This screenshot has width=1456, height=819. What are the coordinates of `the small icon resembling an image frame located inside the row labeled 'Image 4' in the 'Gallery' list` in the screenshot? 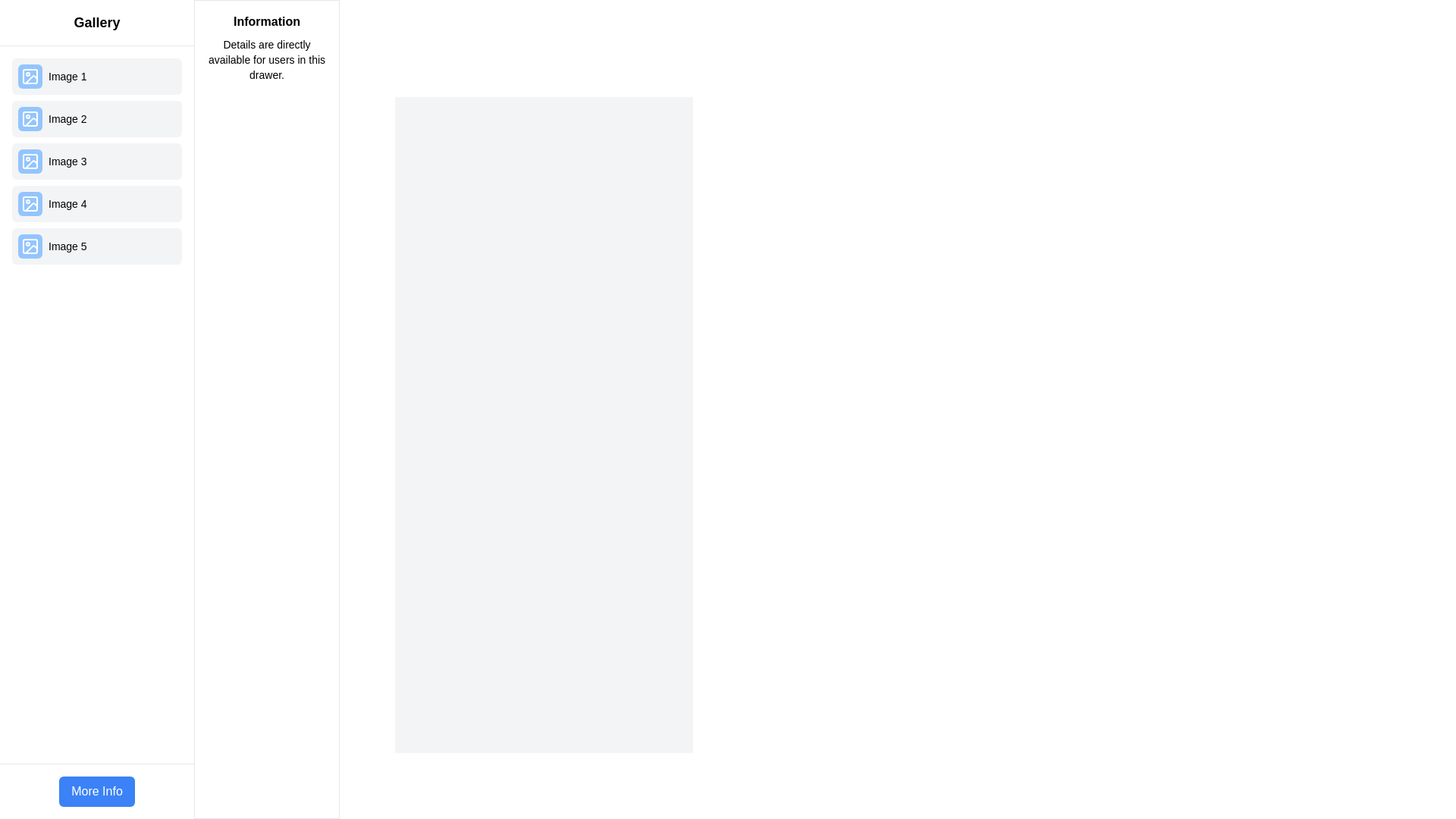 It's located at (30, 203).